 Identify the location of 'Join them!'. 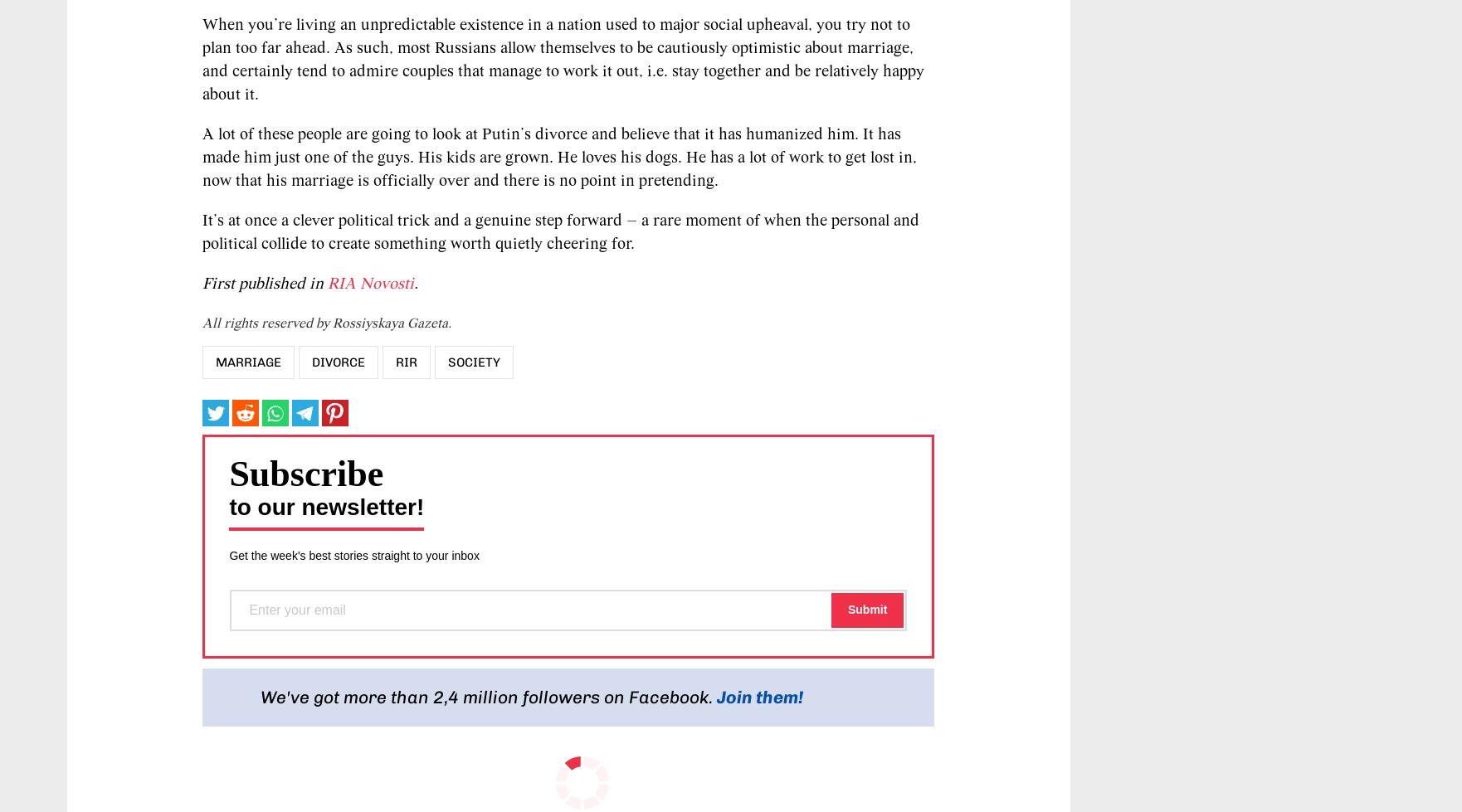
(760, 696).